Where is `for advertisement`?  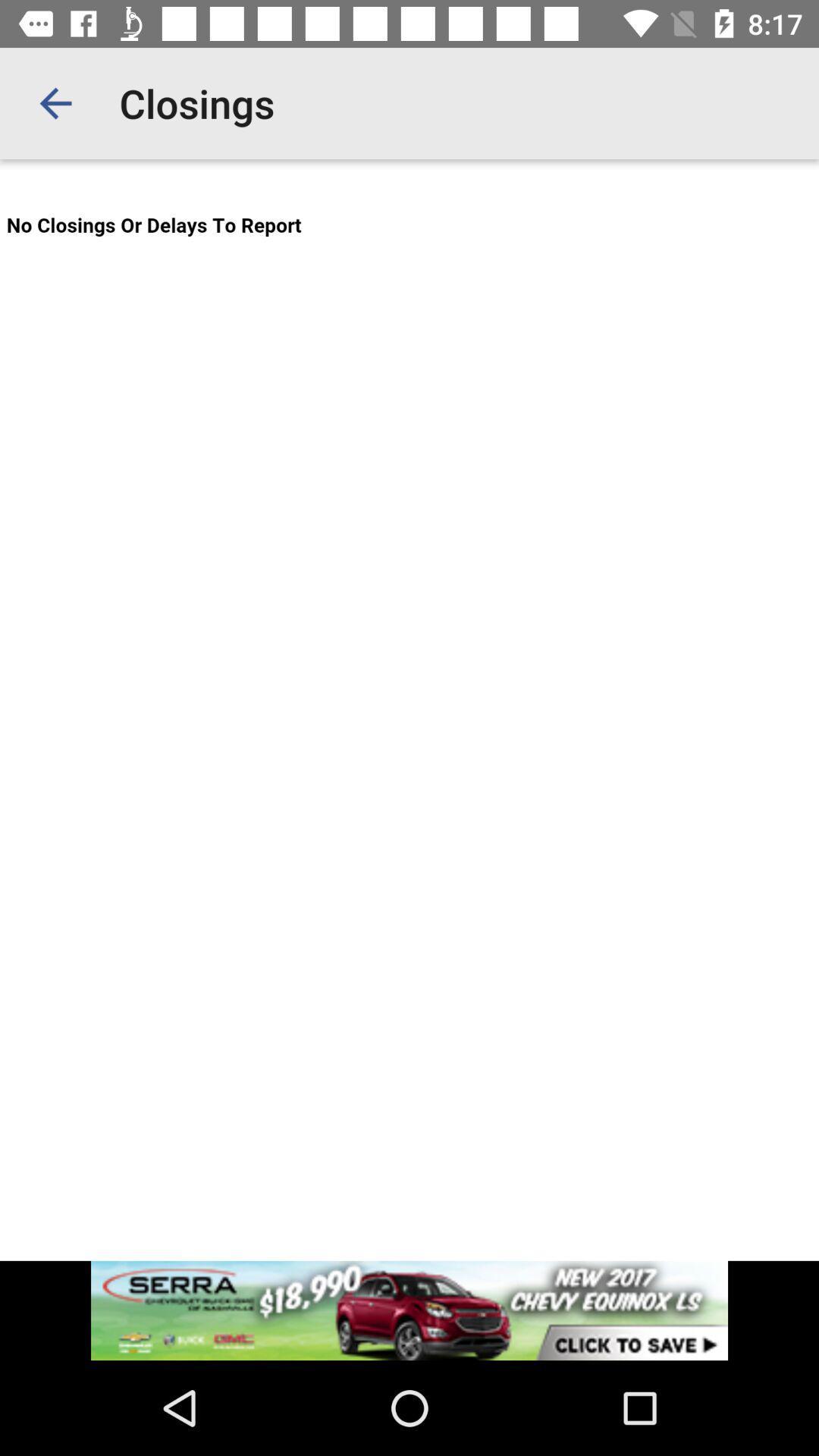 for advertisement is located at coordinates (409, 1310).